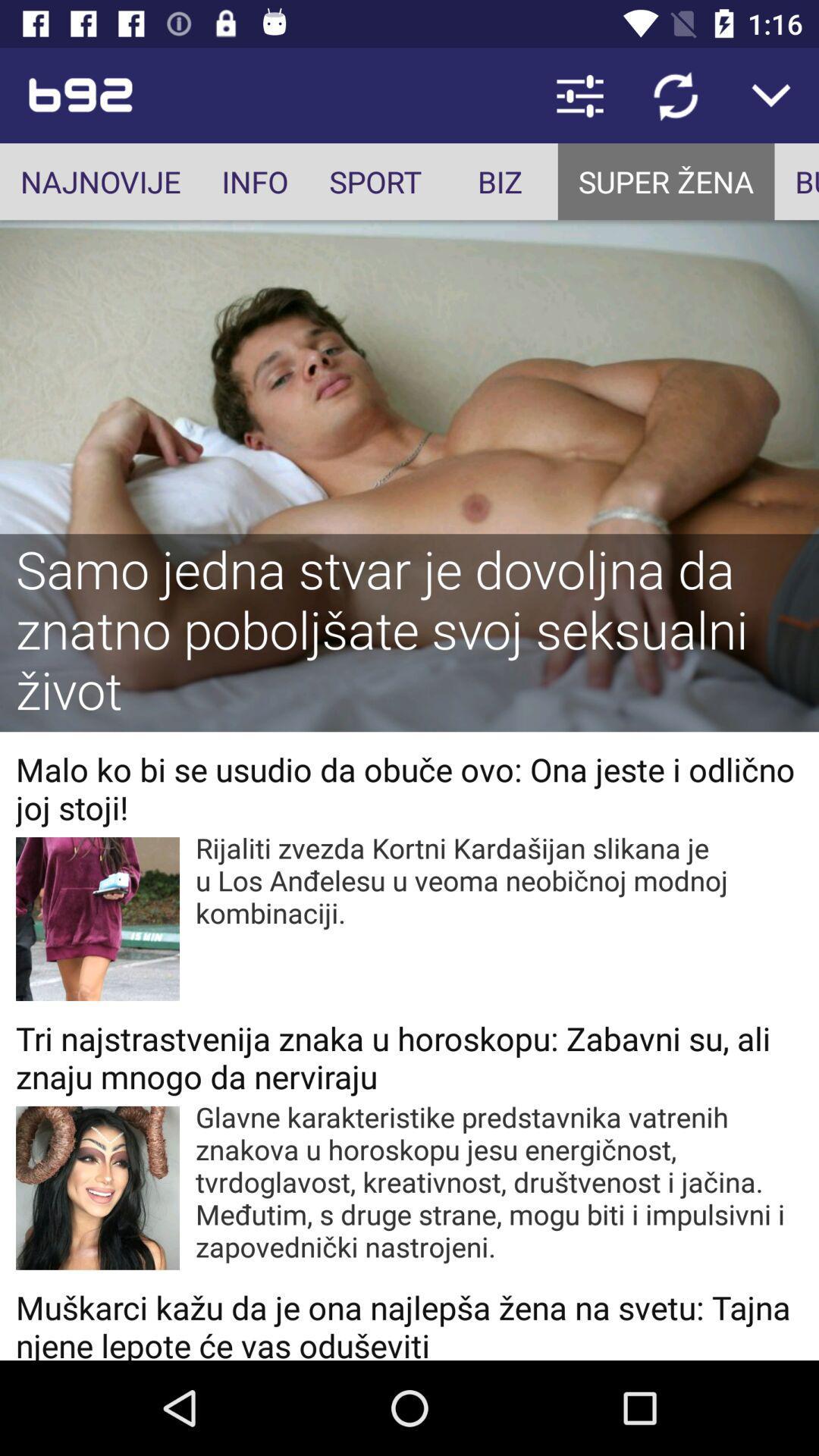 This screenshot has width=819, height=1456. What do you see at coordinates (499, 880) in the screenshot?
I see `the app below the malo ko bi item` at bounding box center [499, 880].